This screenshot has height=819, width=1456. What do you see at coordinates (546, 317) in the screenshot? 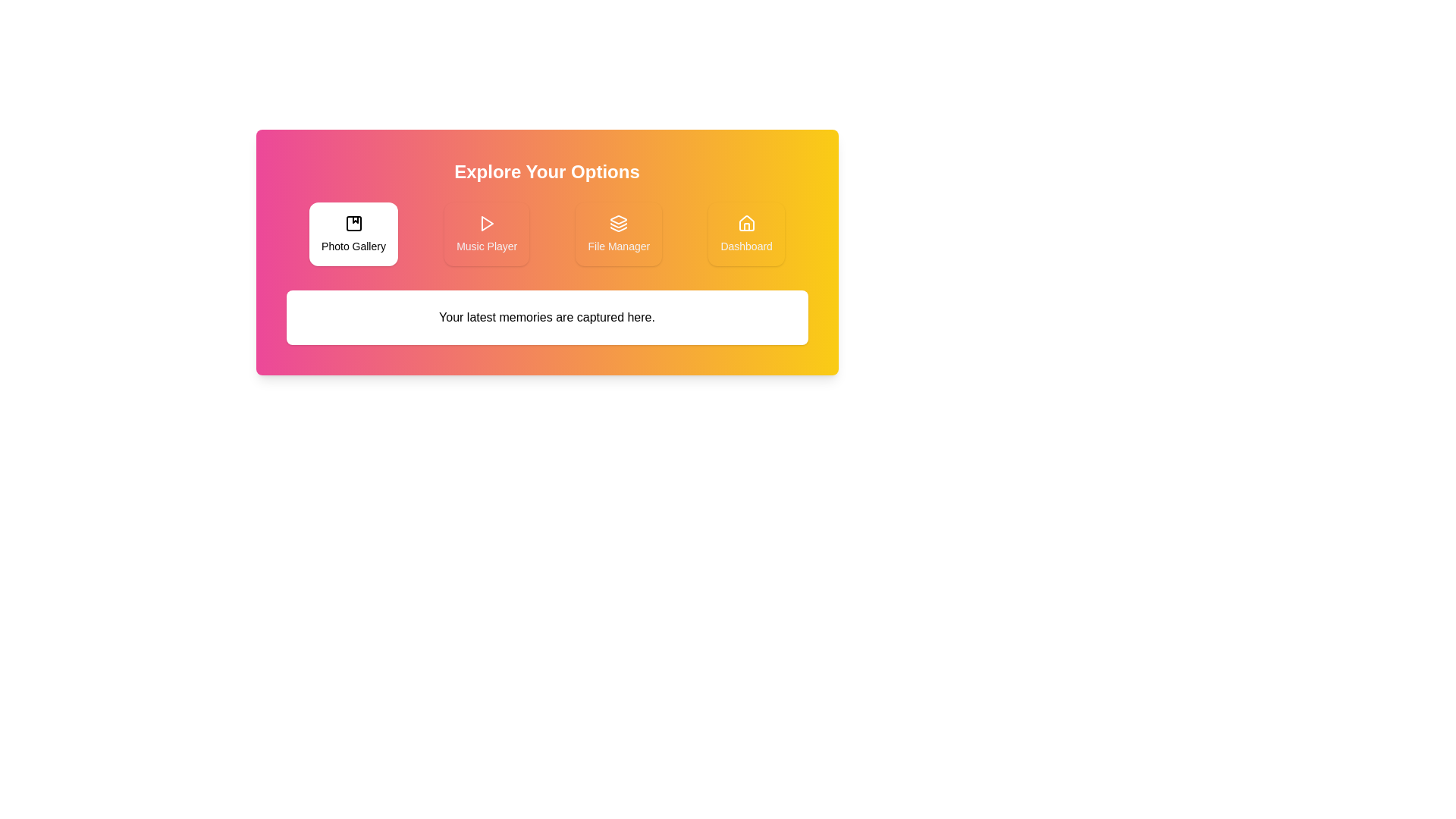
I see `the Static Text element that provides descriptive or informative text, centrally positioned in a white rectangular area with rounded corners at the bottom of a gradient background` at bounding box center [546, 317].